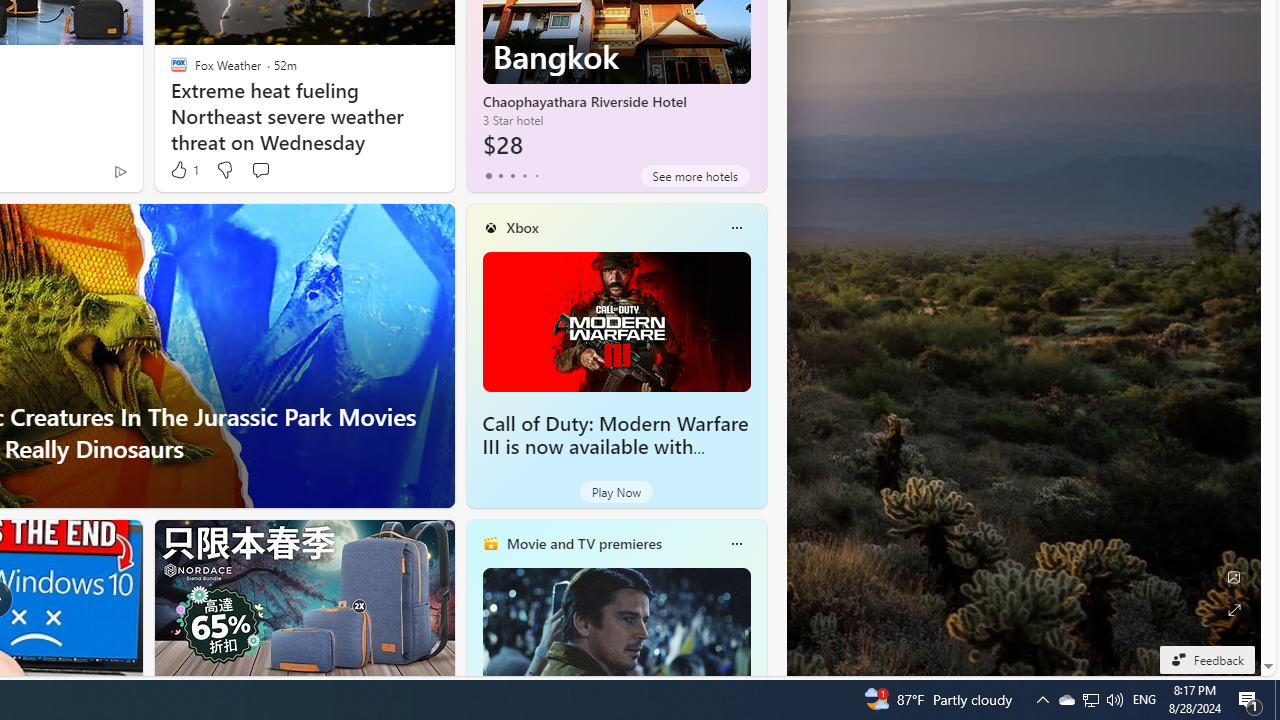  What do you see at coordinates (735, 543) in the screenshot?
I see `'Class: icon-img'` at bounding box center [735, 543].